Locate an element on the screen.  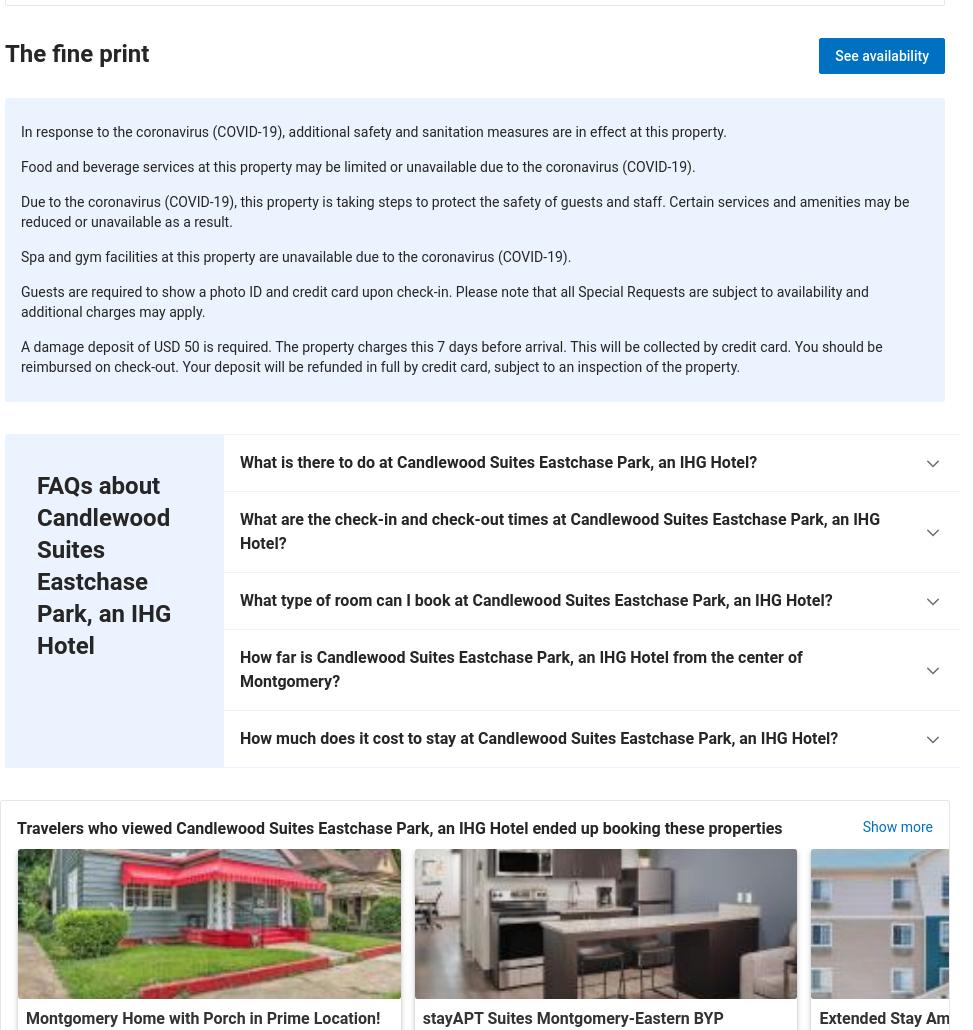
'In response to the coronavirus (COVID-19), additional safety and sanitation measures are in effect at this property.' is located at coordinates (21, 131).